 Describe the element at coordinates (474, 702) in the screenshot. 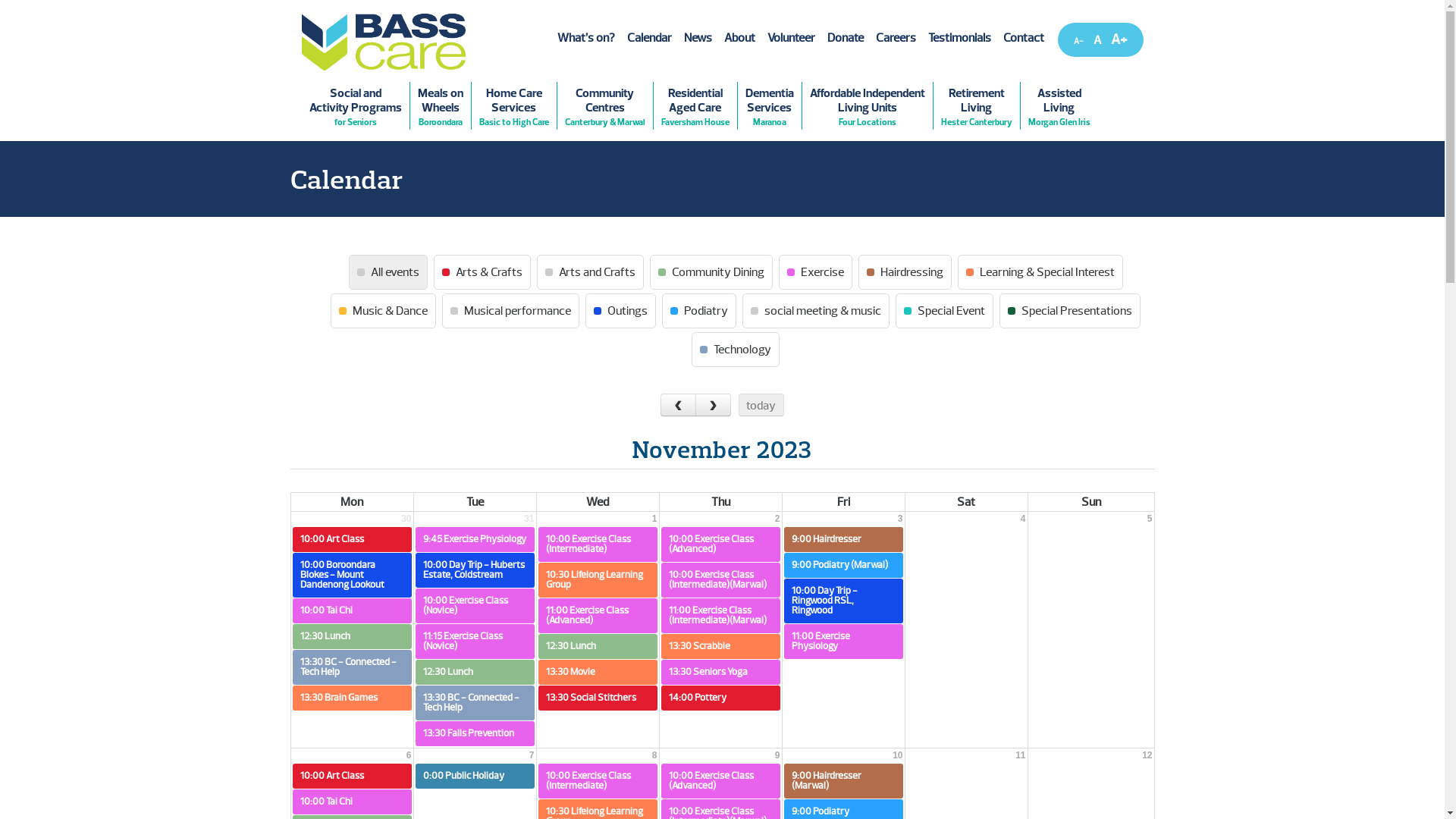

I see `'13:30 BC - Connected - Tech Help` at that location.